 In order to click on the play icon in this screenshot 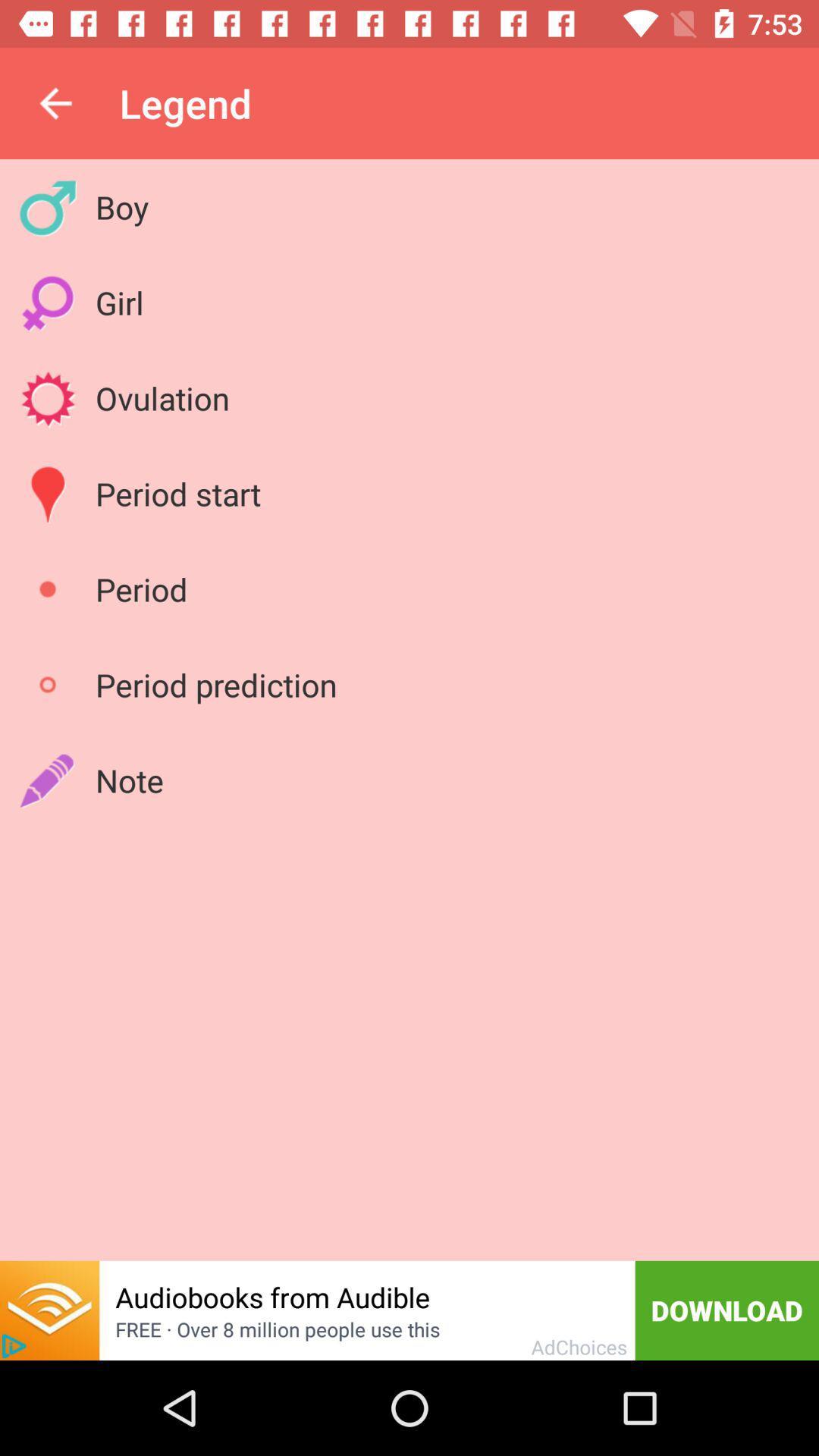, I will do `click(14, 1346)`.